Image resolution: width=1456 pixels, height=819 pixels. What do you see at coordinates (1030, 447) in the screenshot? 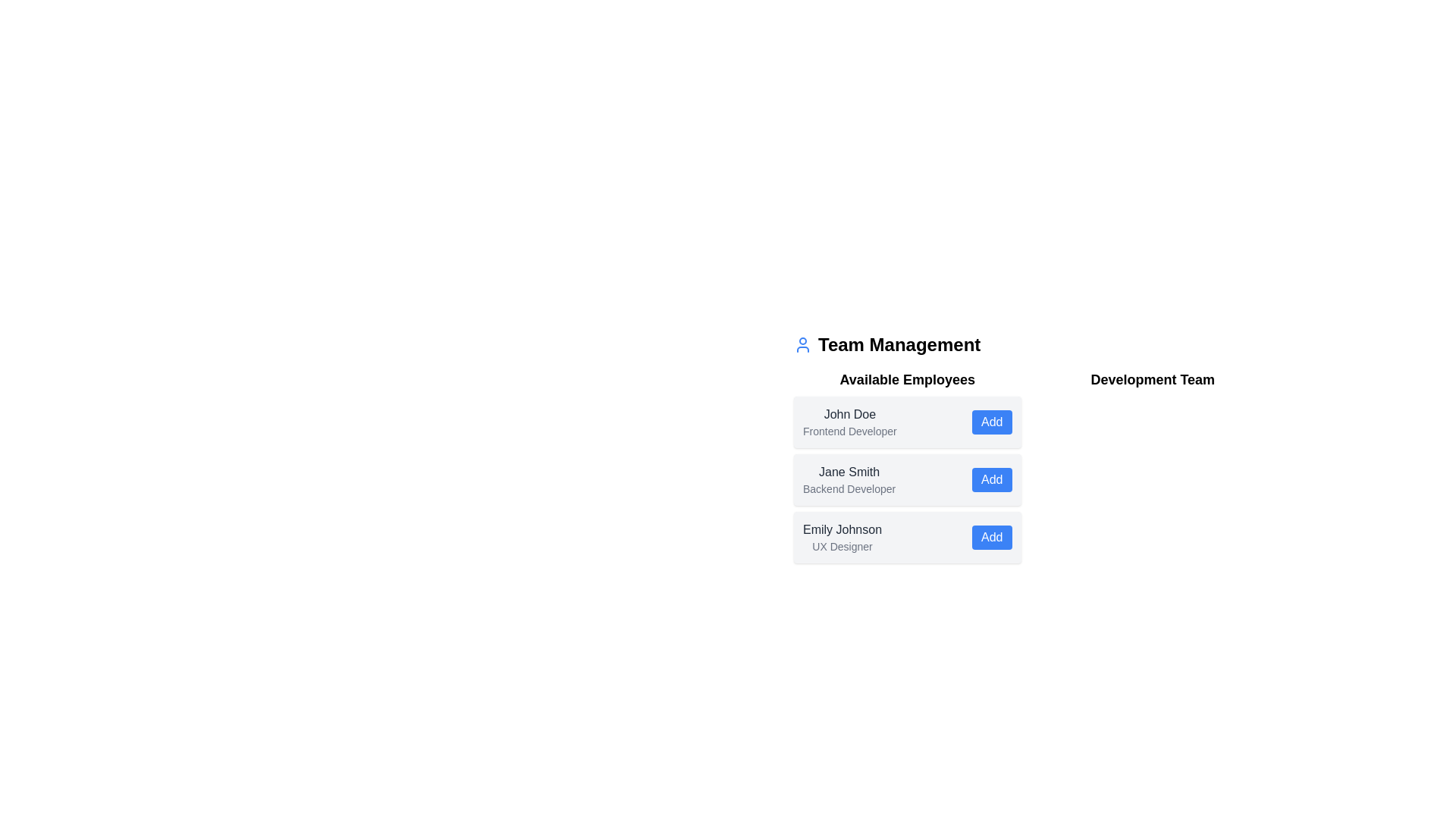
I see `the 'Add' button in the 'Team Management' section` at bounding box center [1030, 447].